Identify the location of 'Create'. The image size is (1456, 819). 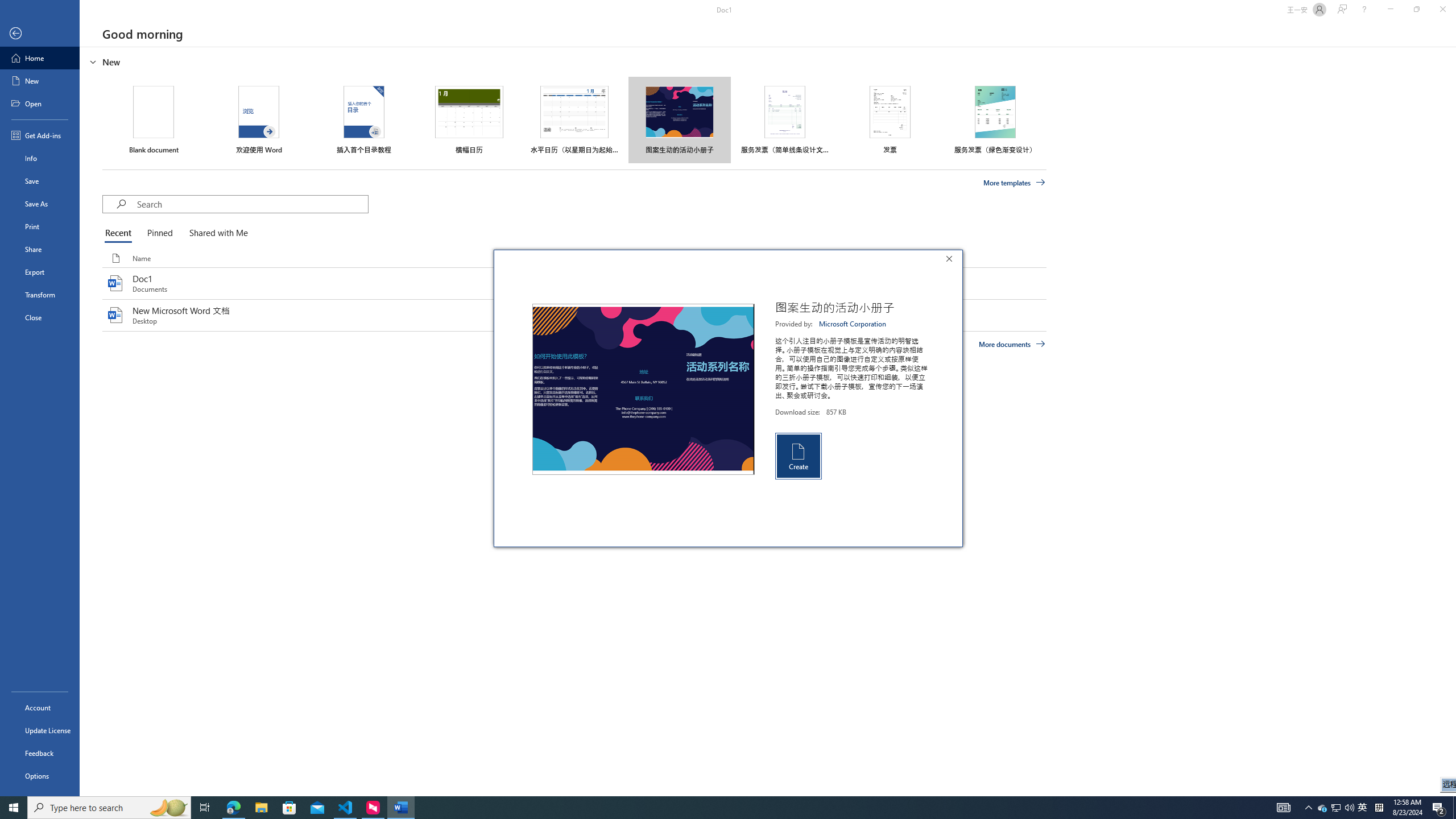
(797, 455).